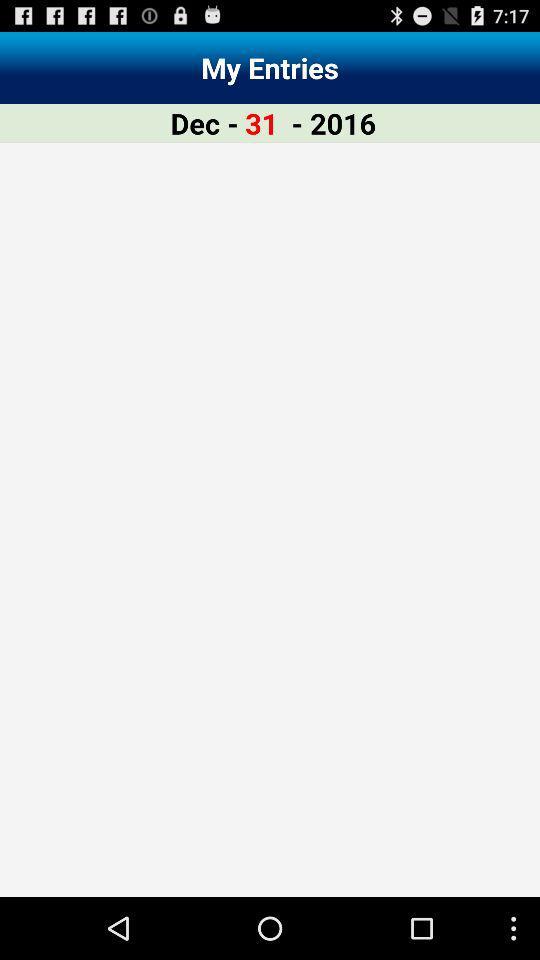  What do you see at coordinates (261, 122) in the screenshot?
I see `the item to the right of the dec - item` at bounding box center [261, 122].